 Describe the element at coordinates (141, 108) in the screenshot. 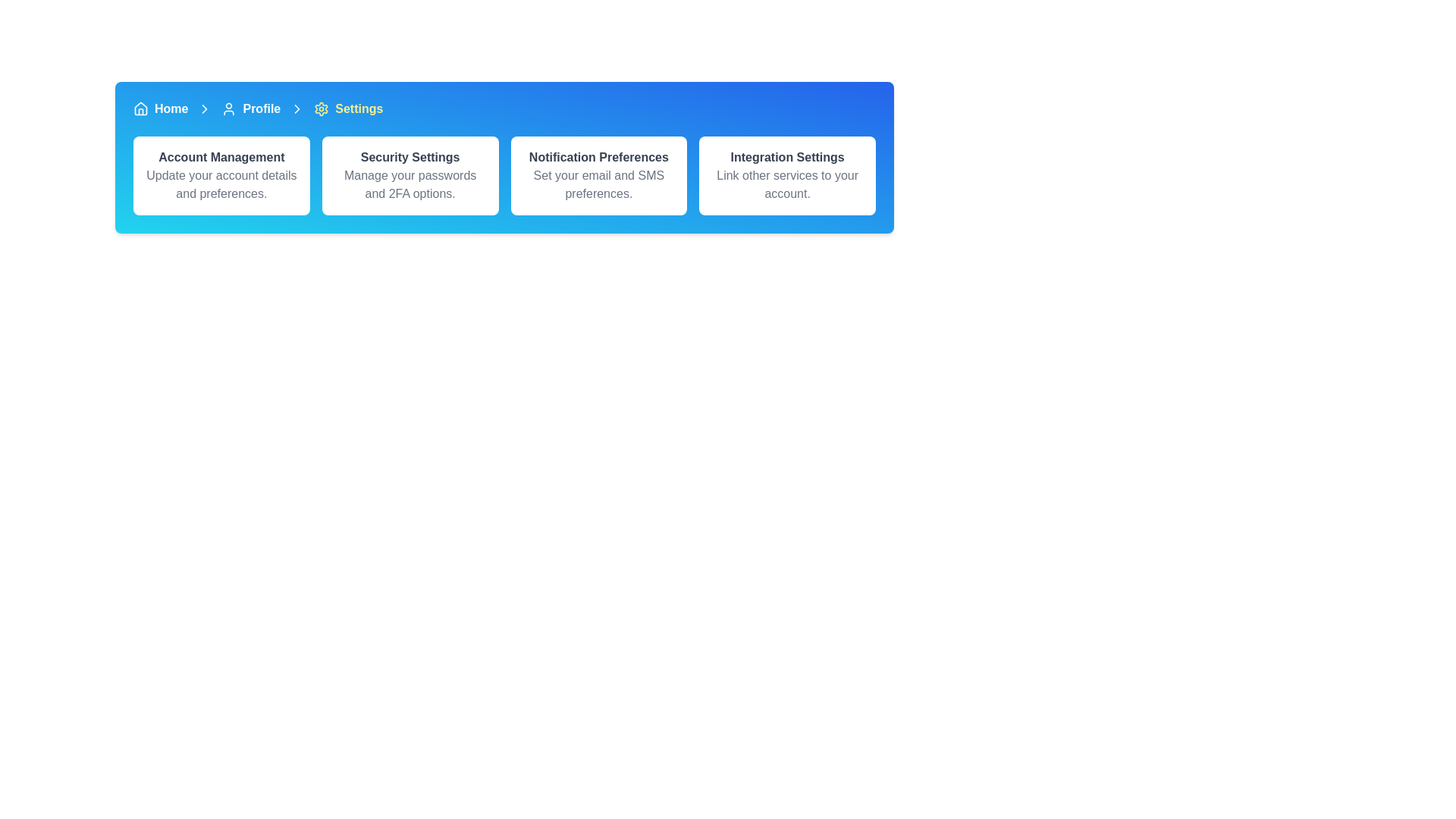

I see `the SVG graphic of a house icon located at the top left of the navigation bar` at that location.